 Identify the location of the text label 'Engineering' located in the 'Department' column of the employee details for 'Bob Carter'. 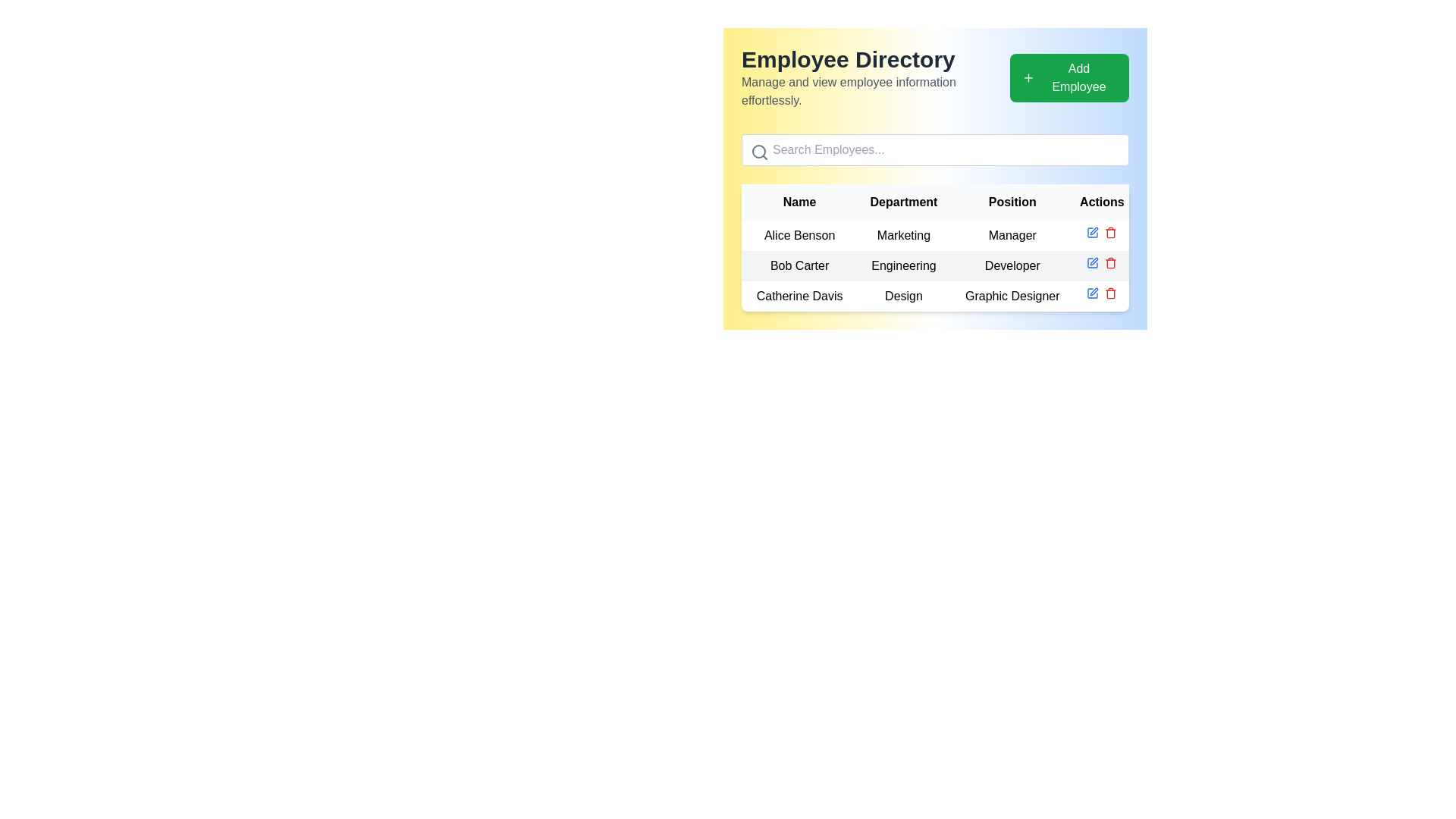
(903, 265).